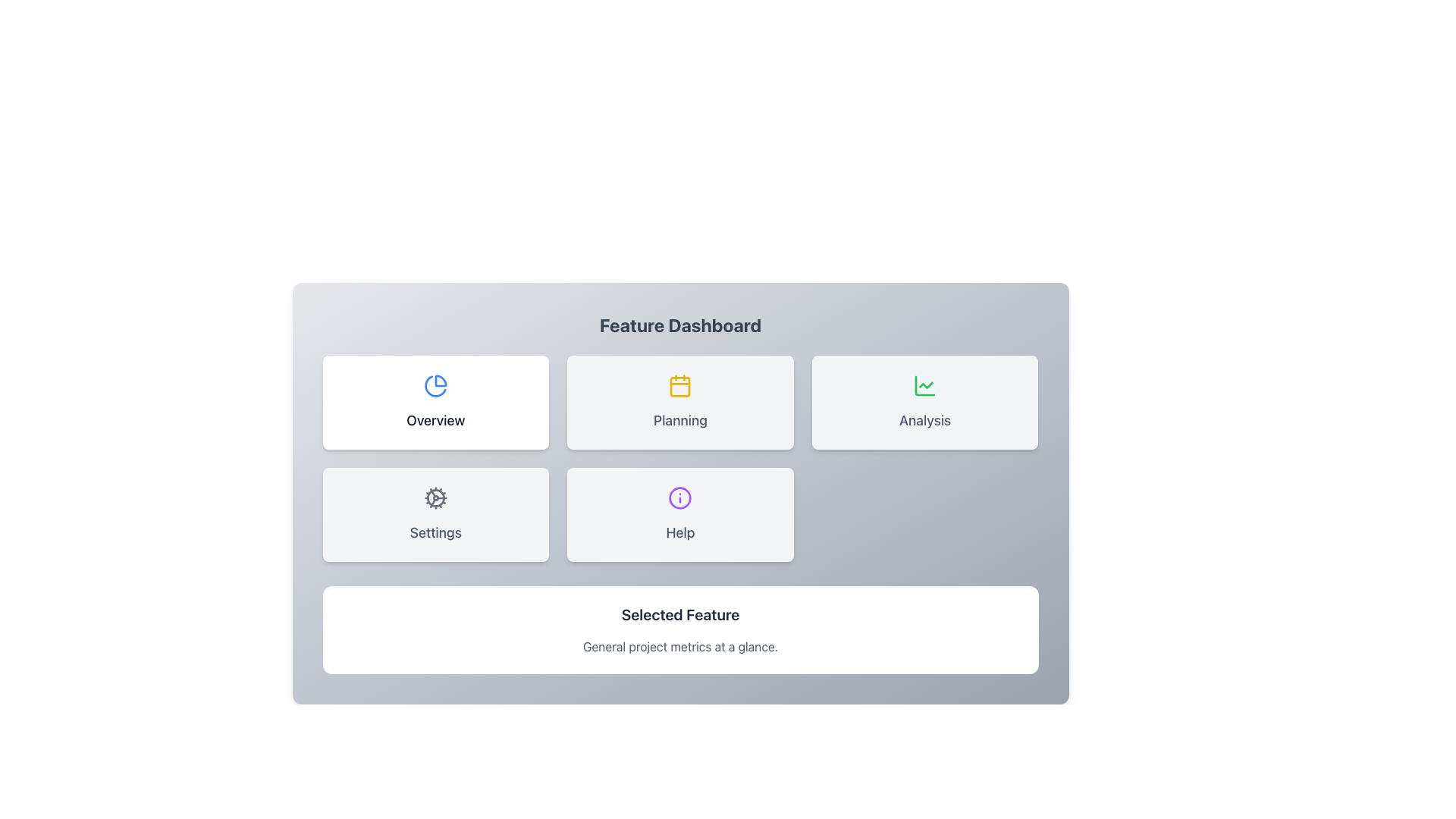 This screenshot has height=819, width=1456. What do you see at coordinates (435, 402) in the screenshot?
I see `the first card in the grid, which has a white background, rounded corners, a blue pie chart icon at the top-center, and the text 'Overview' below it` at bounding box center [435, 402].